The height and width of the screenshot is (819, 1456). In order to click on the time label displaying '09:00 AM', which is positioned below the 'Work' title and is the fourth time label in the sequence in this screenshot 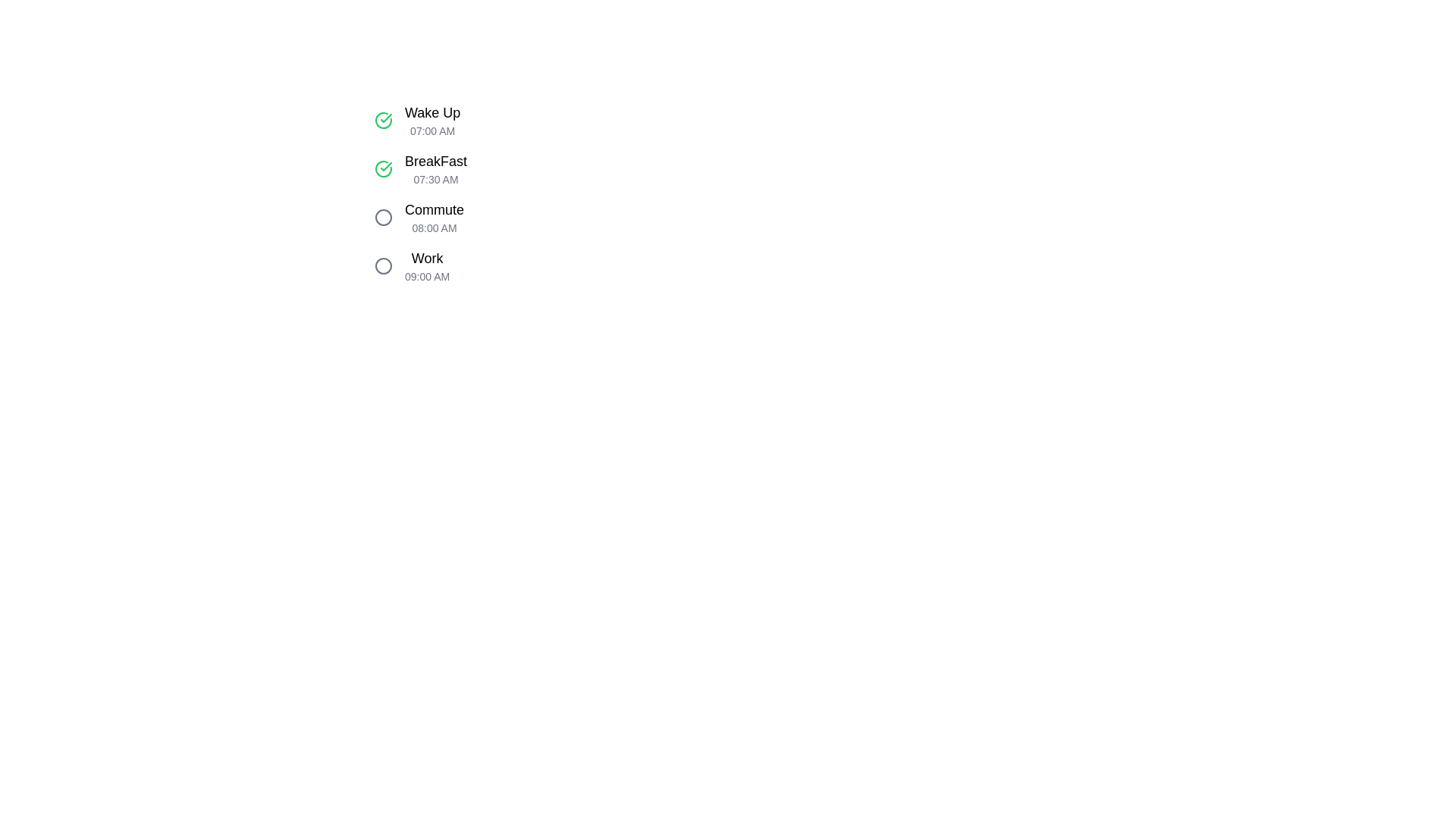, I will do `click(426, 277)`.